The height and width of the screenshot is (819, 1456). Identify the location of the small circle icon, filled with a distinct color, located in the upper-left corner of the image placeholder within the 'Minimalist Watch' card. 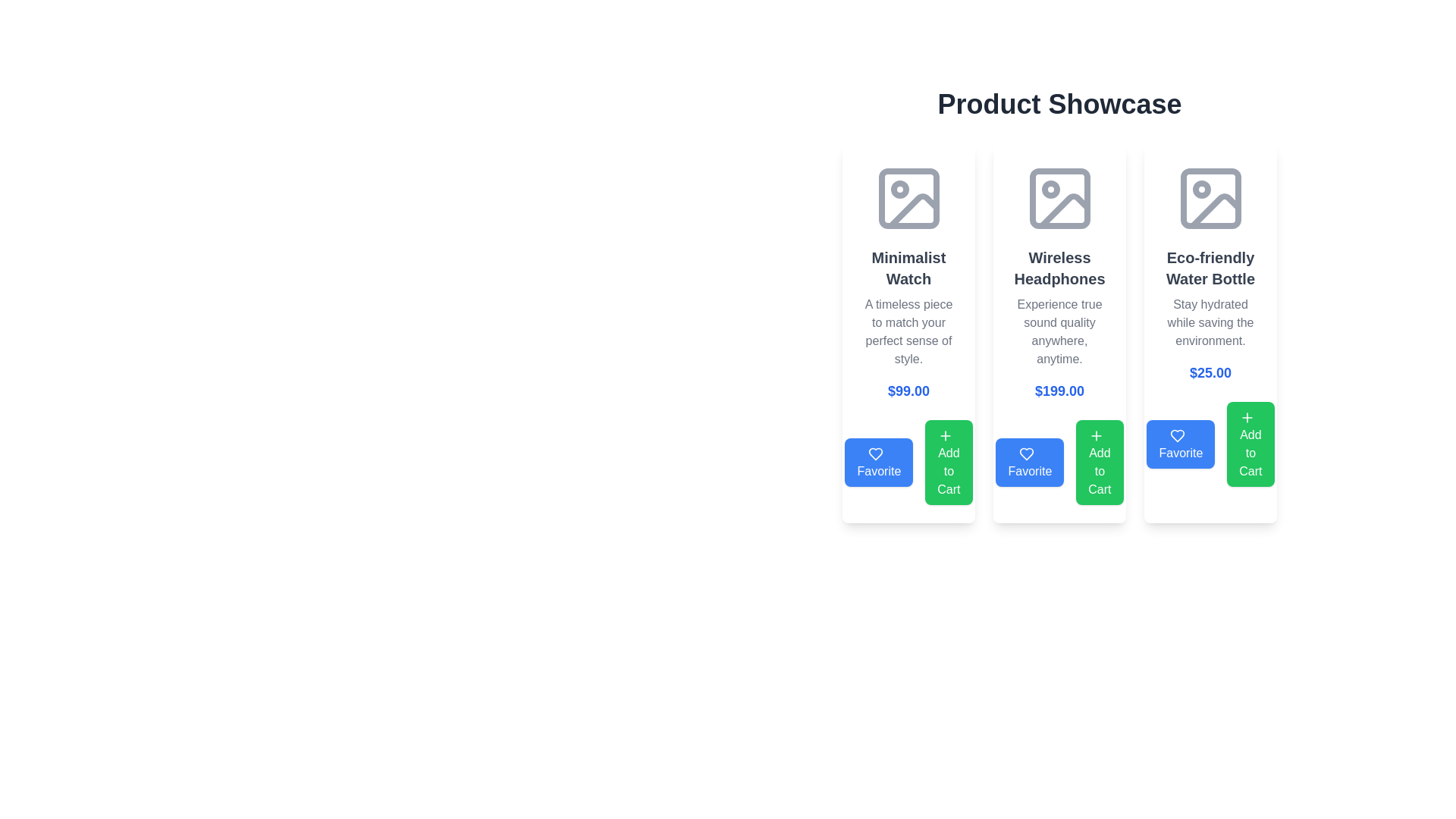
(899, 189).